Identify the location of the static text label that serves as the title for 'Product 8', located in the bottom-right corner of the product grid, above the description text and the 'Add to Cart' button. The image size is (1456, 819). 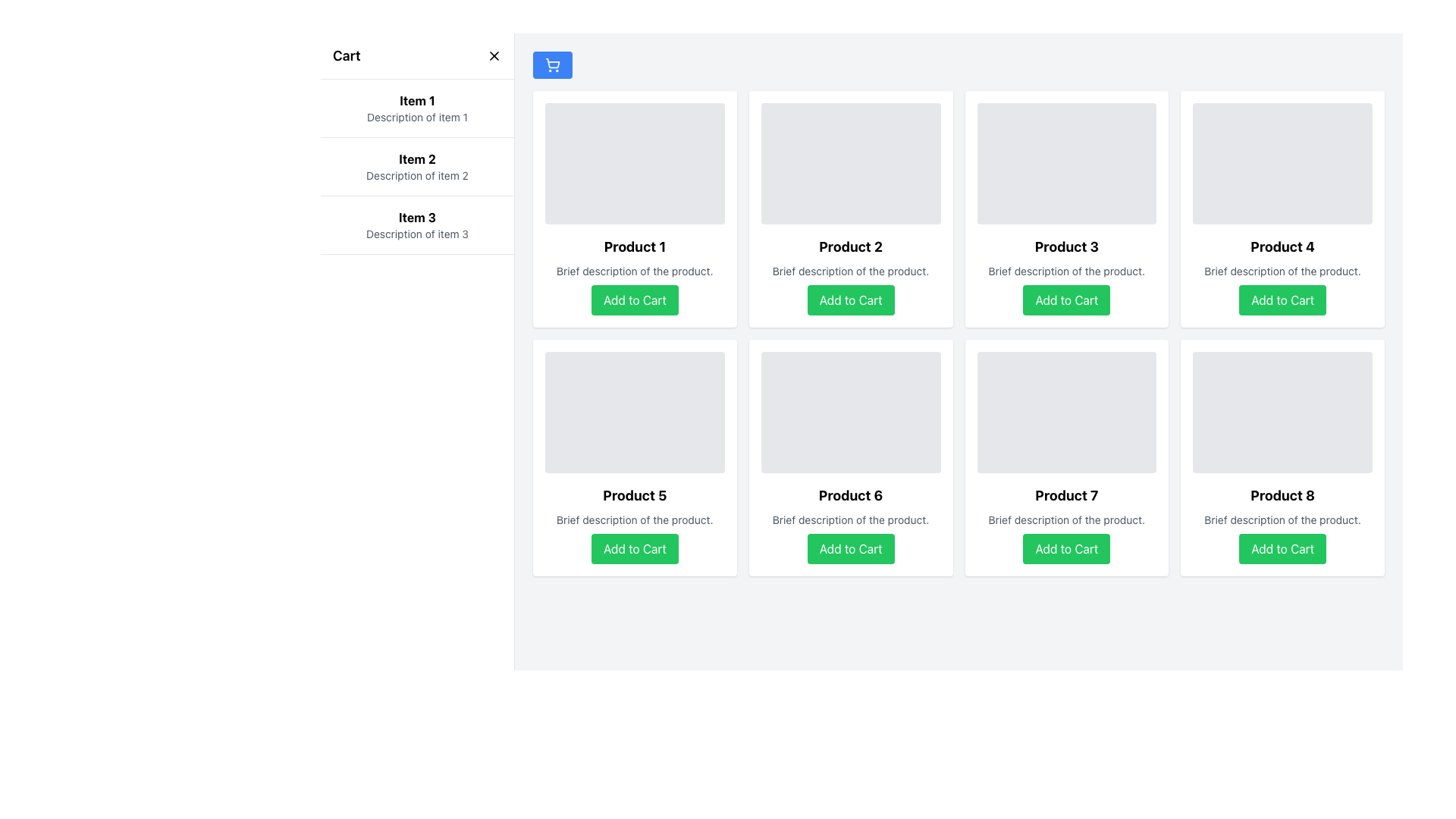
(1282, 496).